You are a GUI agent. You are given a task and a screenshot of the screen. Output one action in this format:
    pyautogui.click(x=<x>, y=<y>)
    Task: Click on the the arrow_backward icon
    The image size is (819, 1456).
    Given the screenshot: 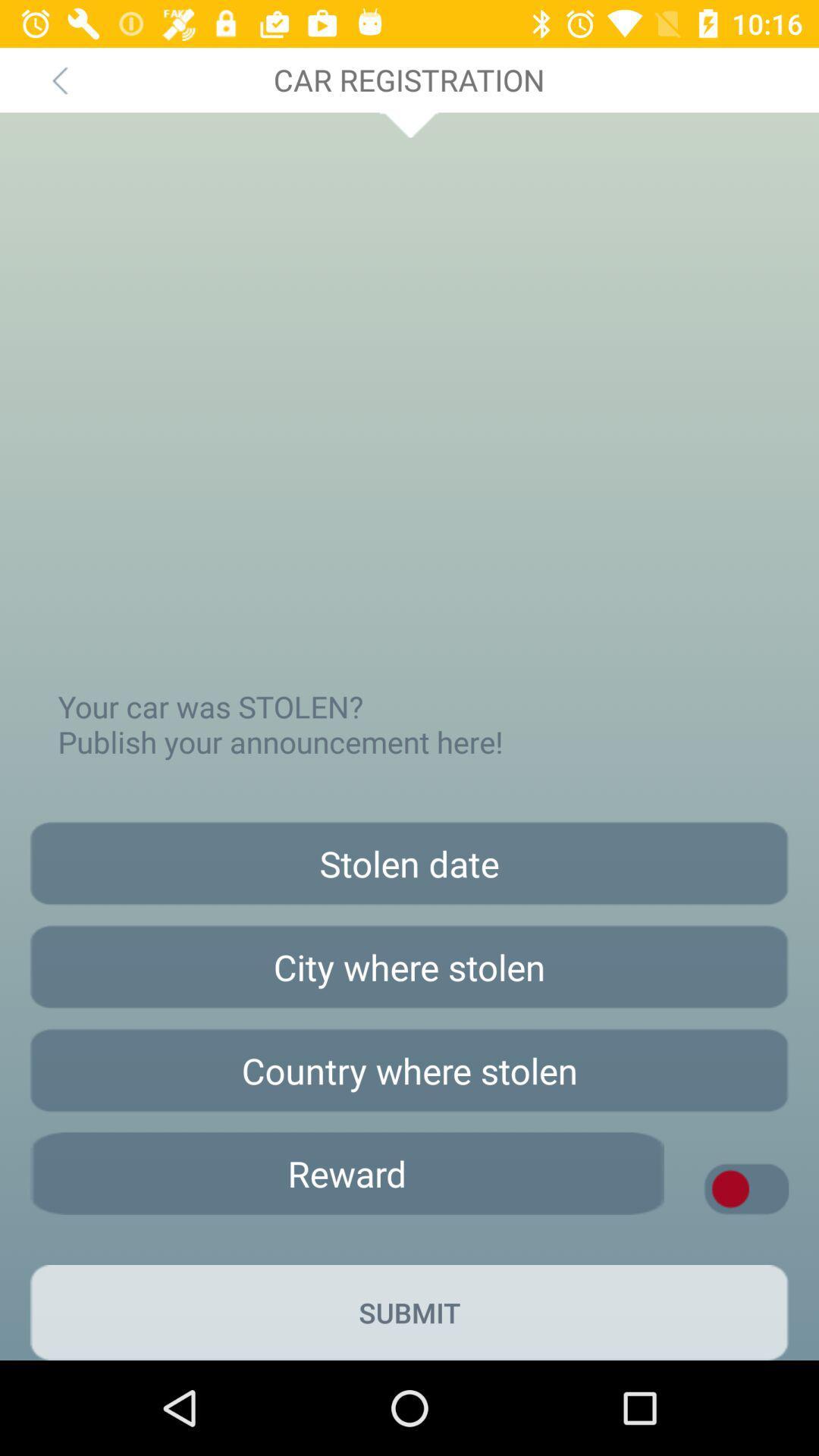 What is the action you would take?
    pyautogui.click(x=58, y=79)
    